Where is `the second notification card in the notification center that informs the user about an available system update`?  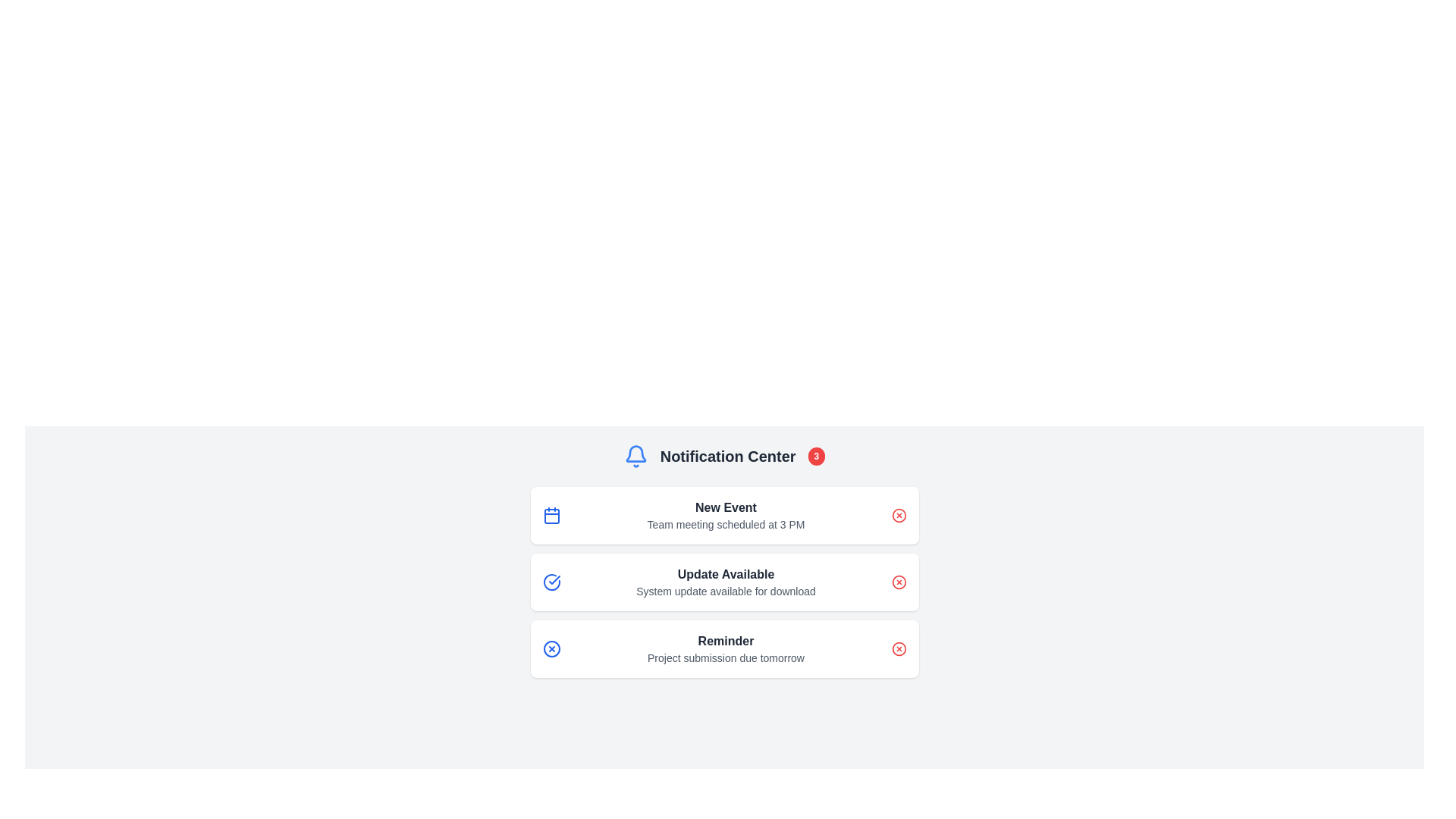 the second notification card in the notification center that informs the user about an available system update is located at coordinates (723, 581).